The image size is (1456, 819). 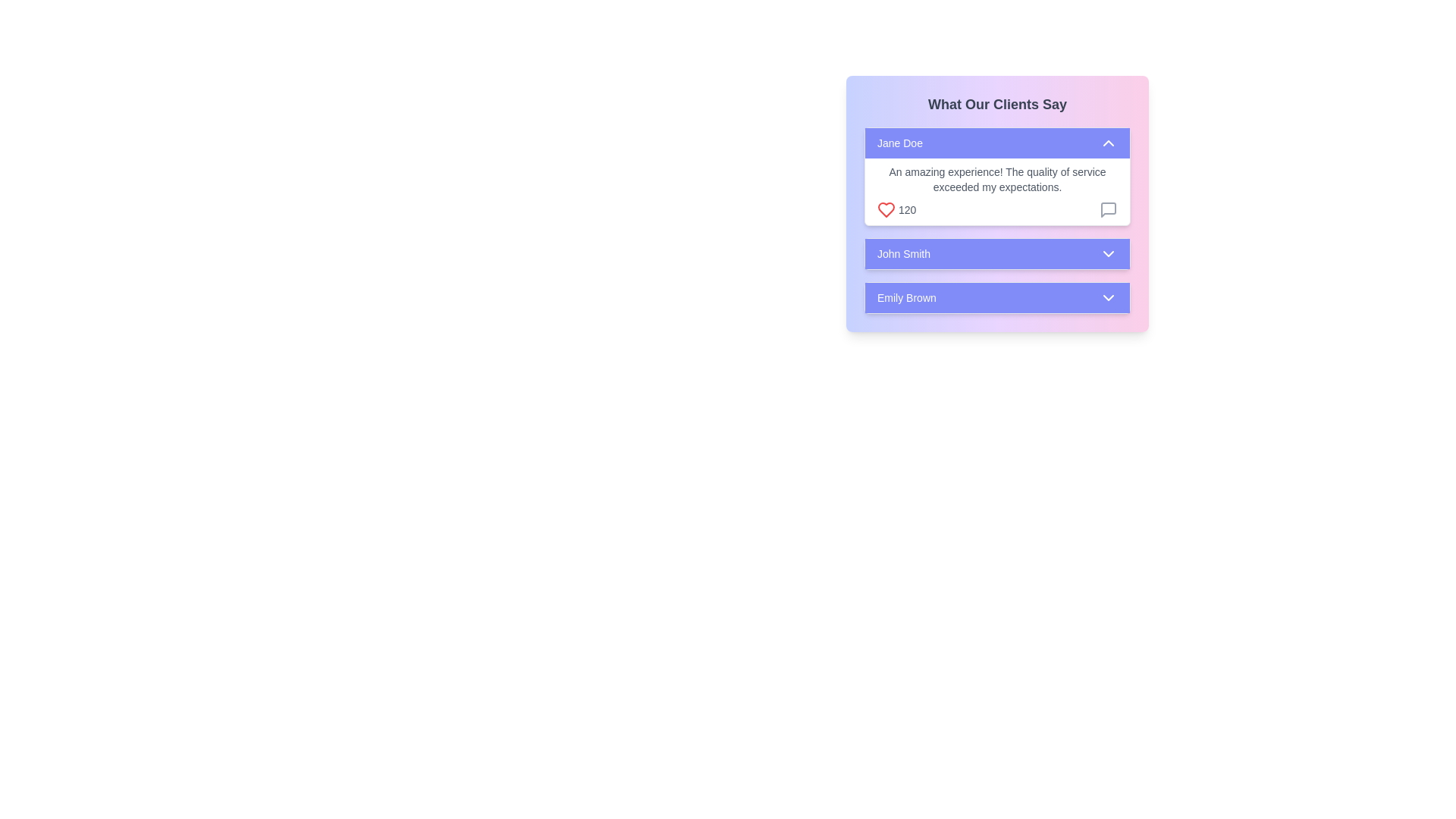 What do you see at coordinates (1109, 210) in the screenshot?
I see `the message bubble icon in the client feedback section associated with 'Jane Doe'` at bounding box center [1109, 210].